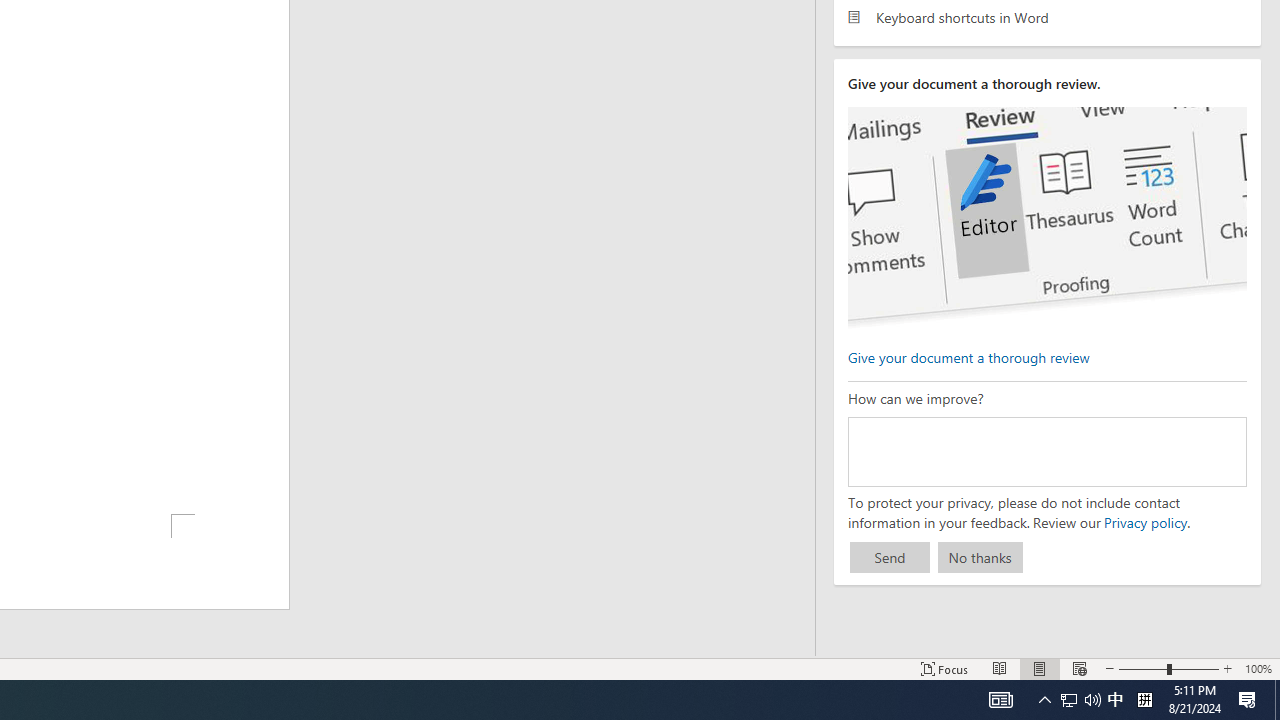 The image size is (1280, 720). Describe the element at coordinates (1046, 218) in the screenshot. I see `'editor ui screenshot'` at that location.